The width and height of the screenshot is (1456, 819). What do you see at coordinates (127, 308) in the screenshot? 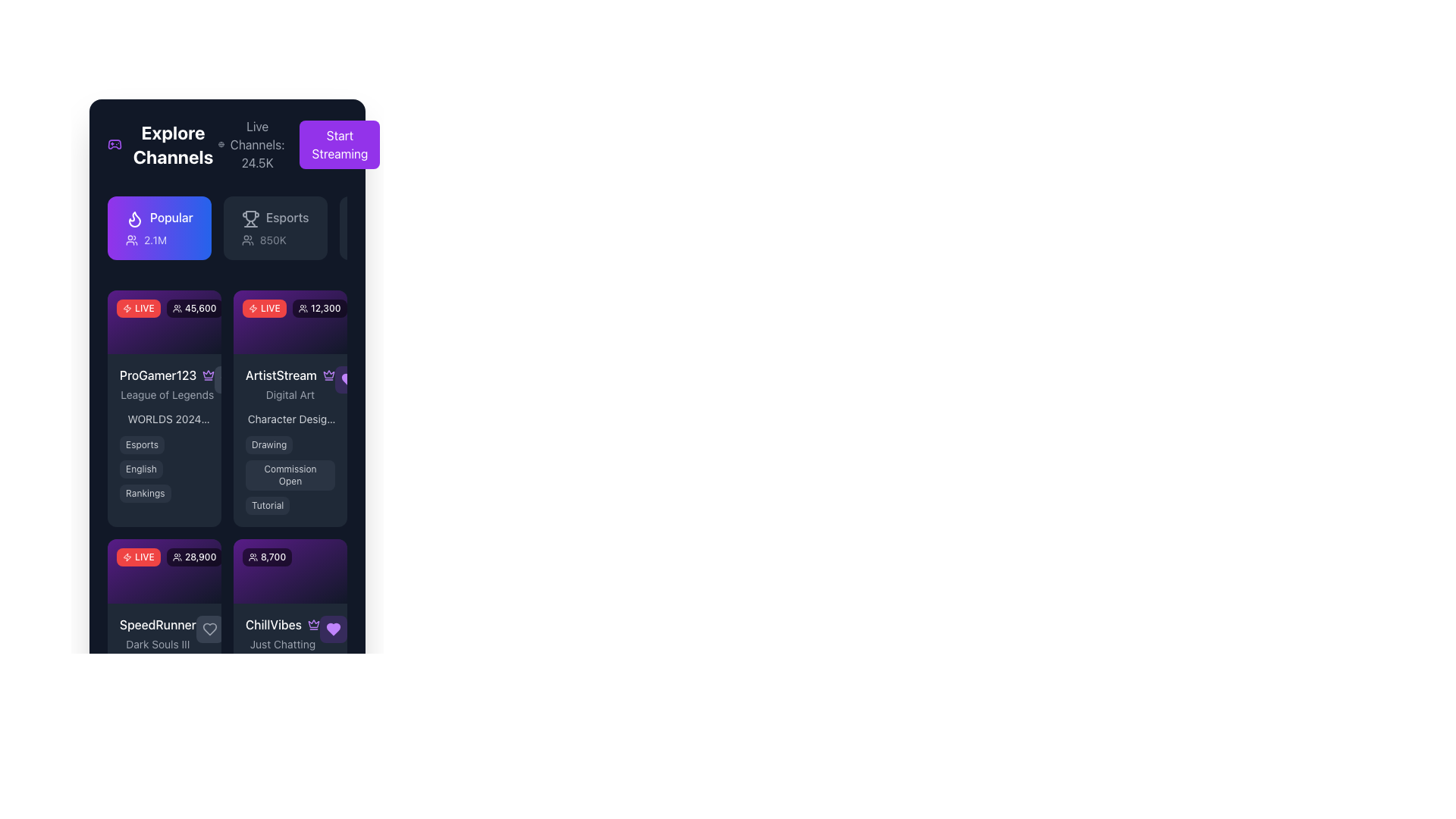
I see `the decorative icon located in the top section of the interface, next to the purple 'Popular' section` at bounding box center [127, 308].